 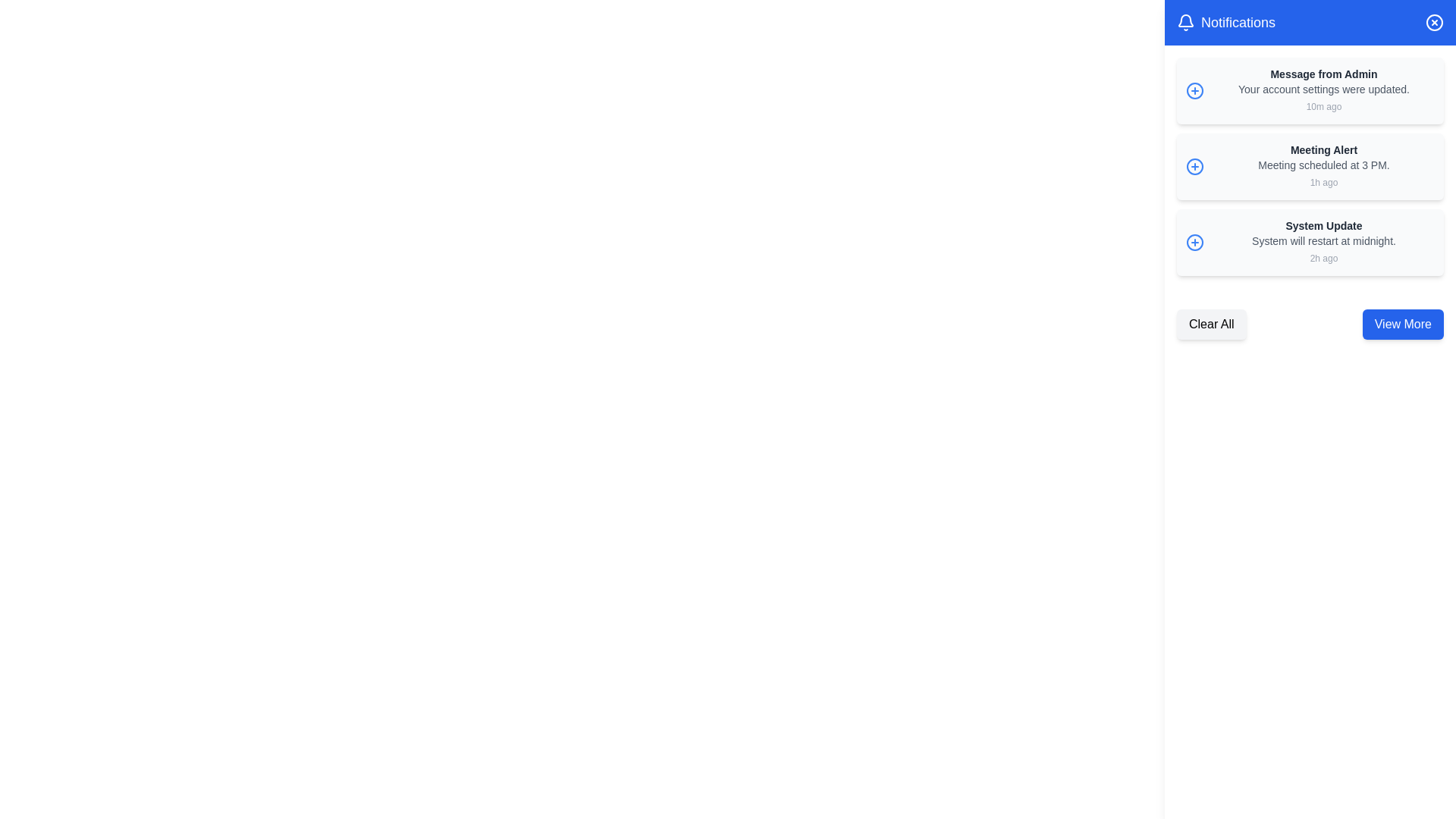 I want to click on the static text element displaying 'Meeting scheduled at 3 PM.' which is located in the notification box, positioned below 'Meeting Alert' and above '1h ago', so click(x=1323, y=165).